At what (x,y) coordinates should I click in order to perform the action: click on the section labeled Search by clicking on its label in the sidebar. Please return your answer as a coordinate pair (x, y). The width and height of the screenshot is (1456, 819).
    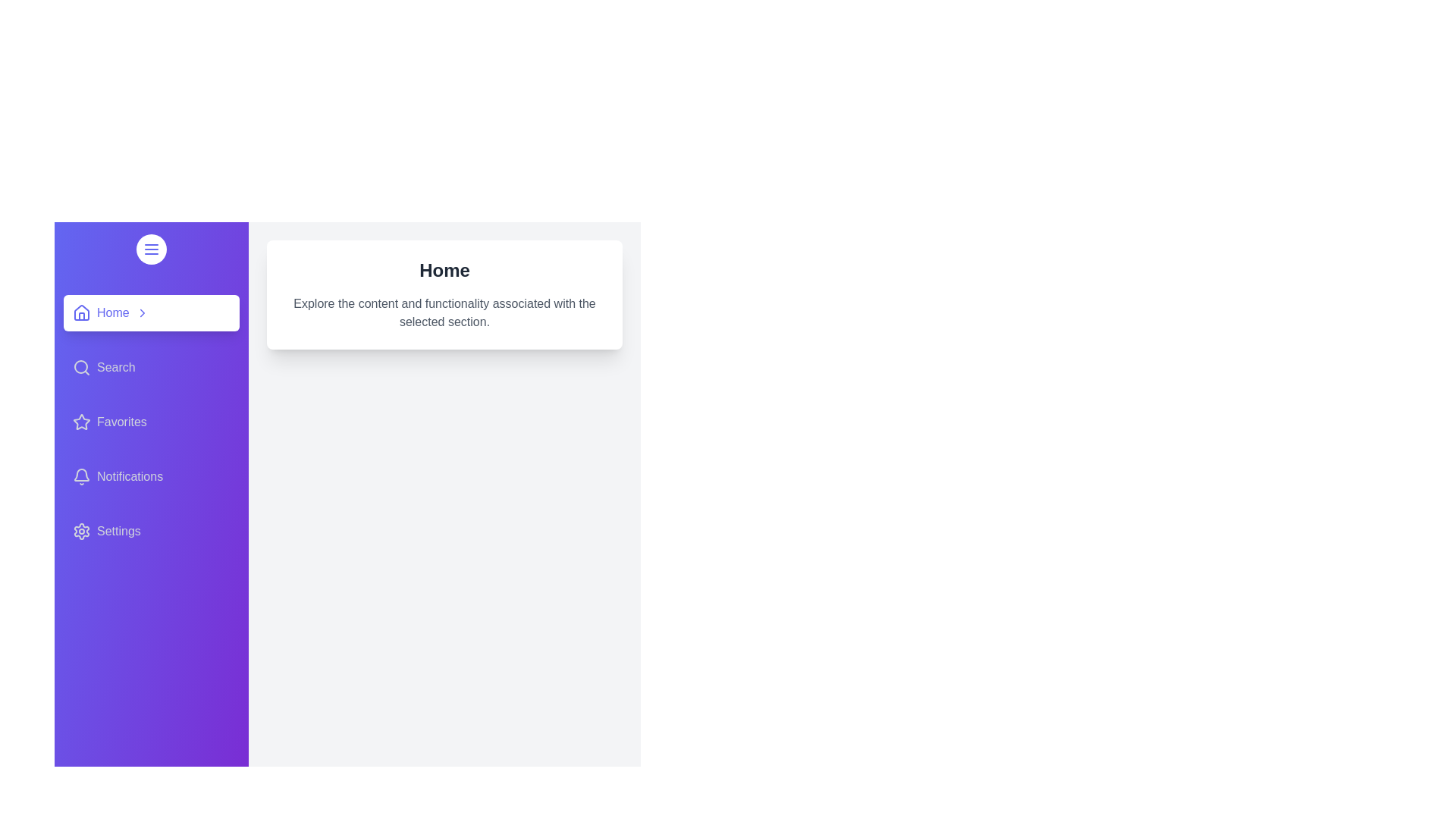
    Looking at the image, I should click on (152, 368).